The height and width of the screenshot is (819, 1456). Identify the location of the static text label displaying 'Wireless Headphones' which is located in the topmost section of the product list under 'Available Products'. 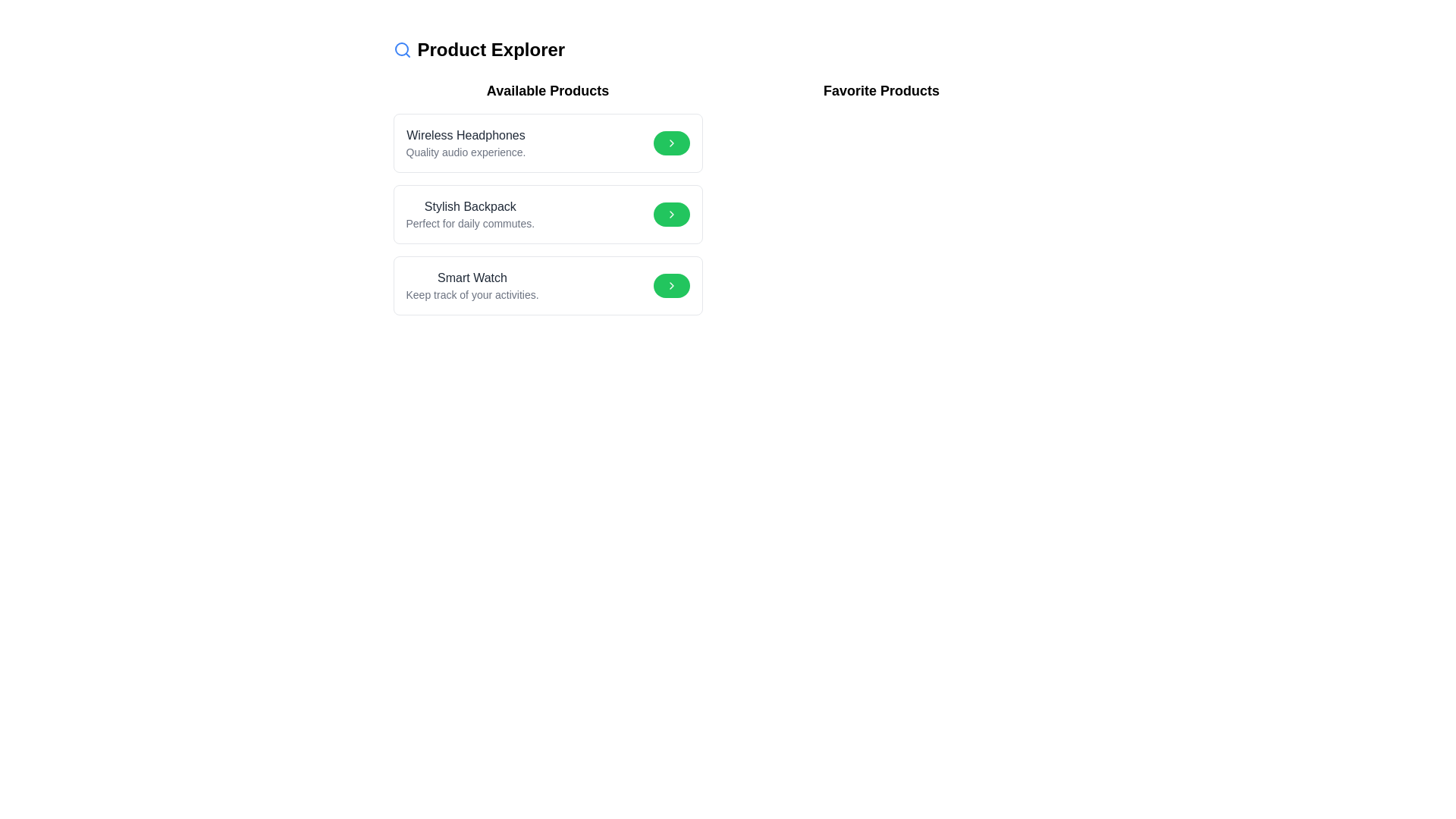
(465, 143).